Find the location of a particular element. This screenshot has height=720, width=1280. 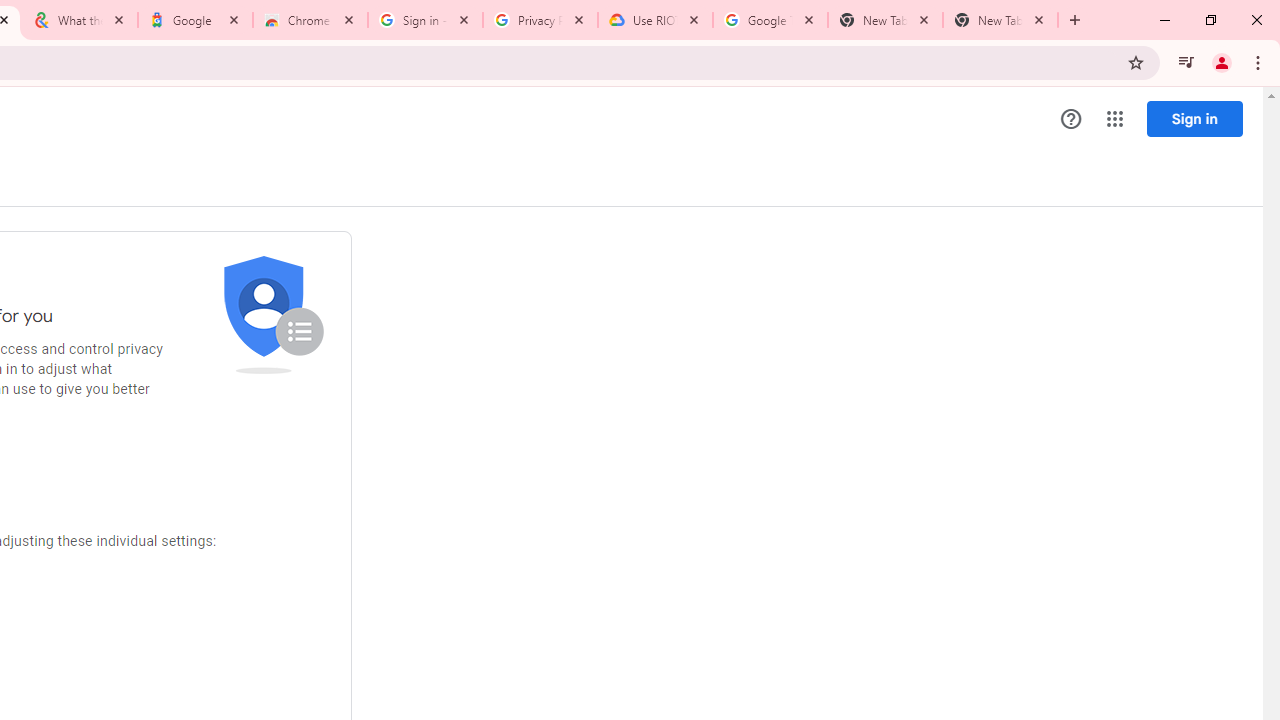

'Sign in' is located at coordinates (1194, 118).